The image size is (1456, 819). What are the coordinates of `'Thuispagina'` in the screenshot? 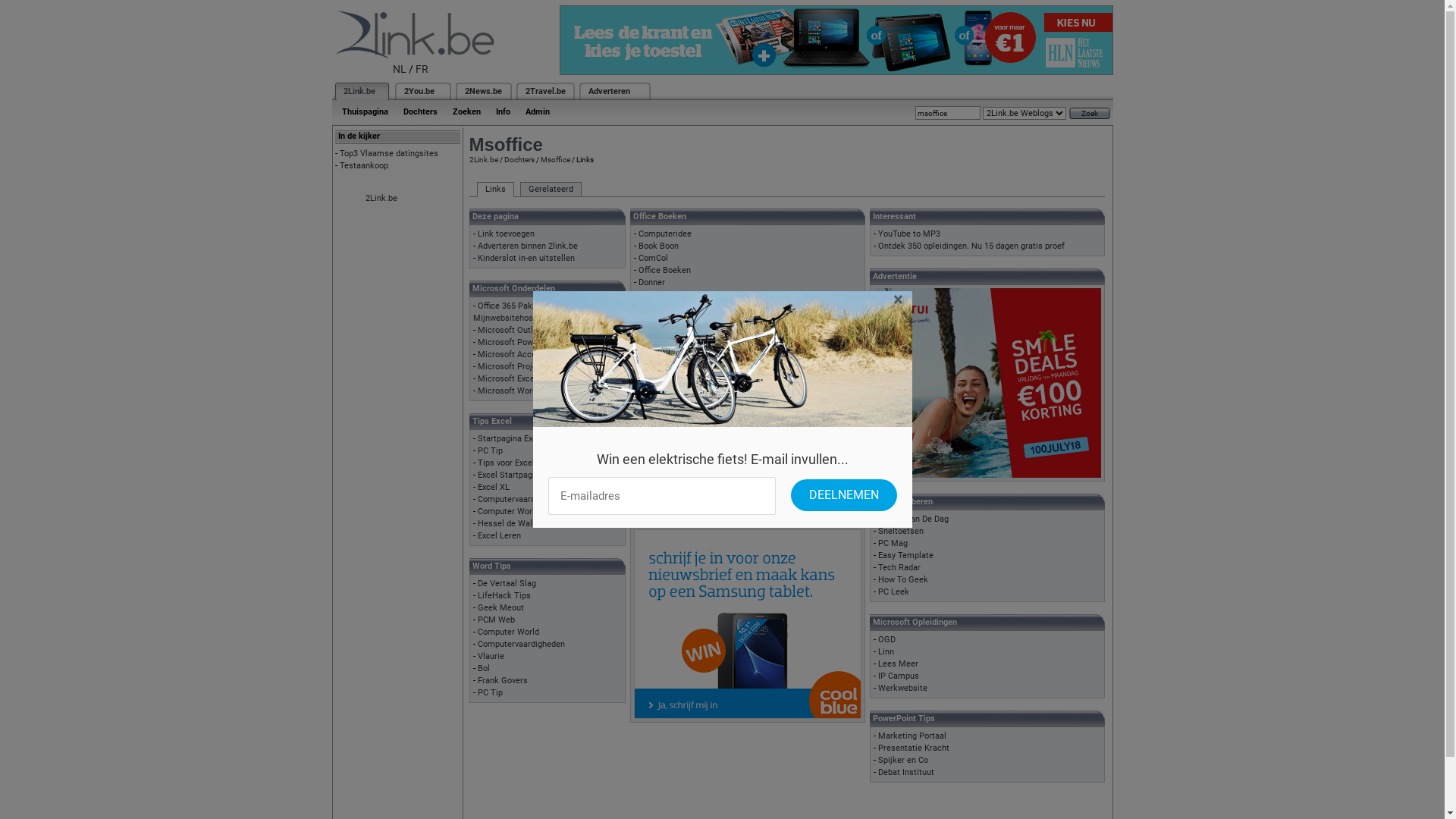 It's located at (364, 111).